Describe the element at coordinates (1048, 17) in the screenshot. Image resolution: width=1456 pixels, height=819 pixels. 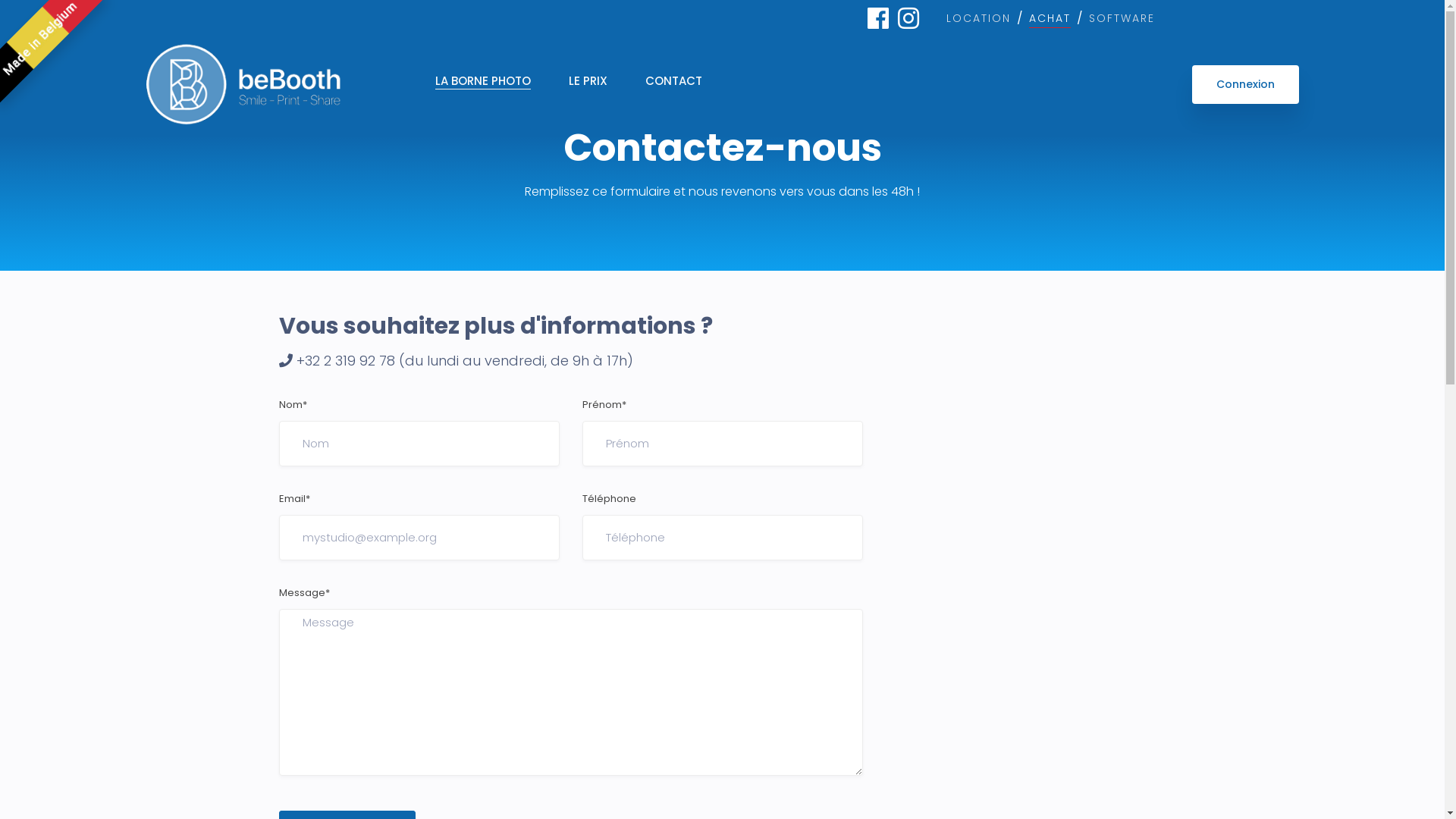
I see `'ACHAT'` at that location.